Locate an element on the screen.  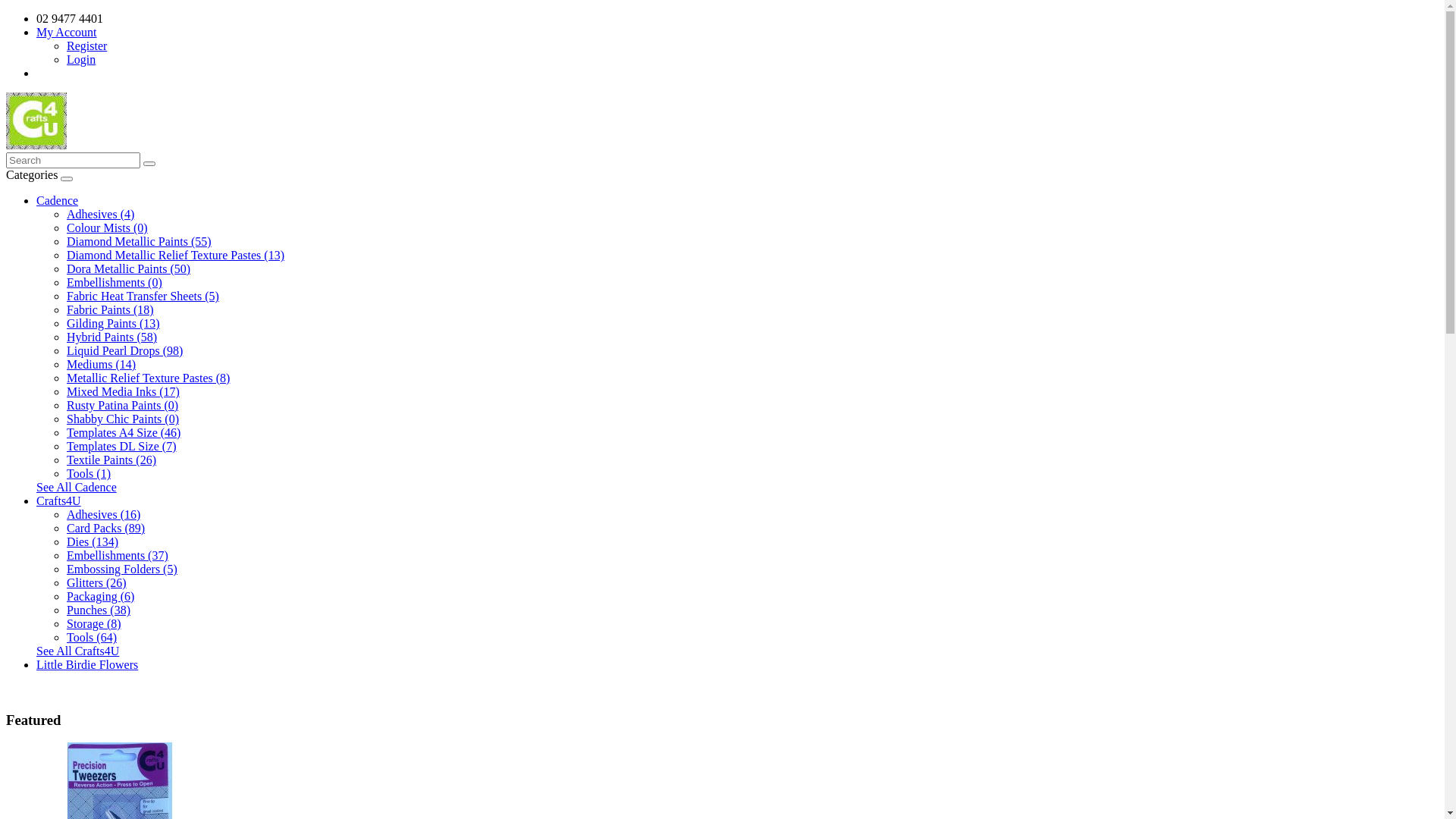
'Glitters (26)' is located at coordinates (96, 582).